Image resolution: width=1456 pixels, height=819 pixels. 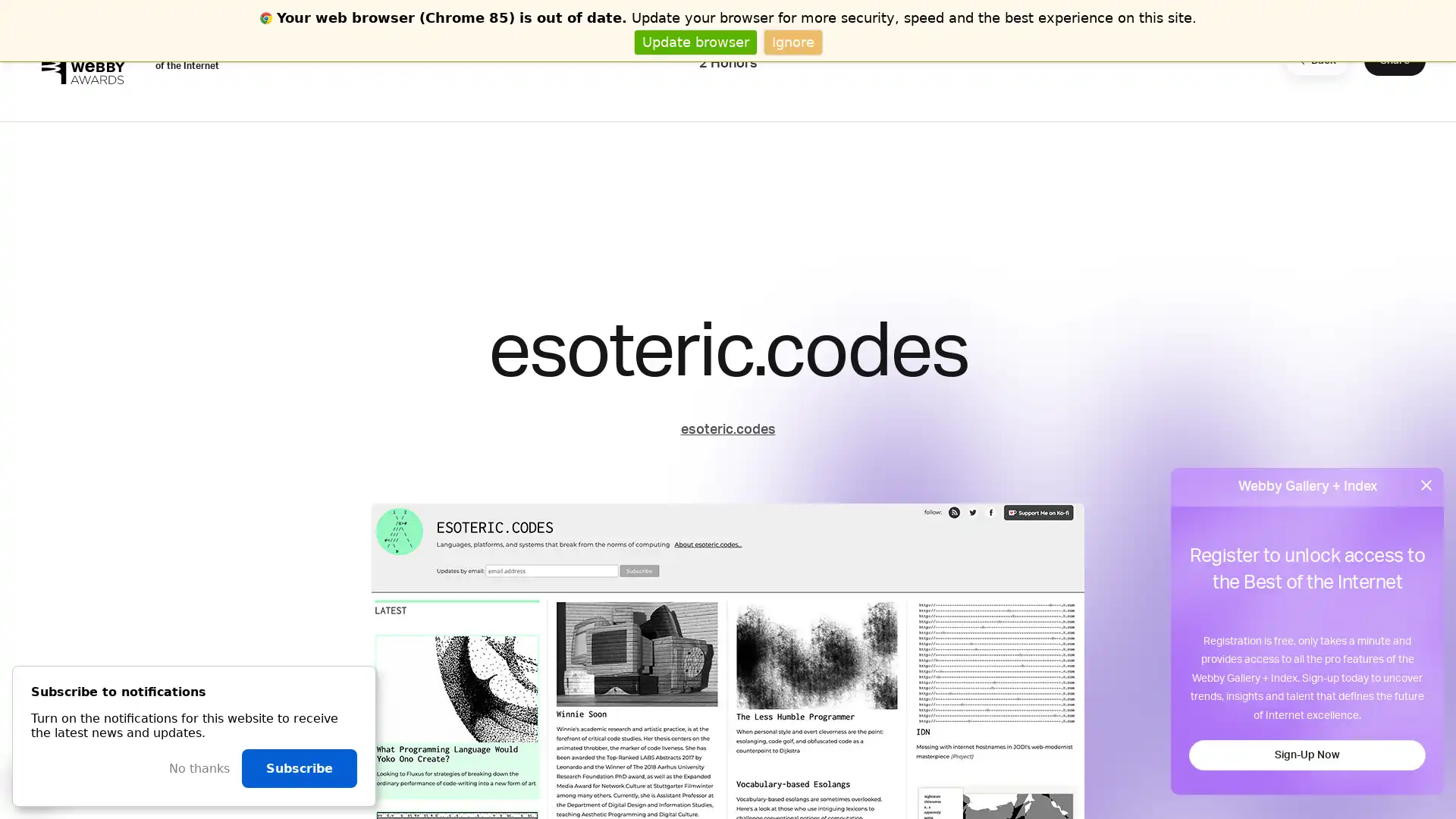 What do you see at coordinates (792, 41) in the screenshot?
I see `Ignore` at bounding box center [792, 41].